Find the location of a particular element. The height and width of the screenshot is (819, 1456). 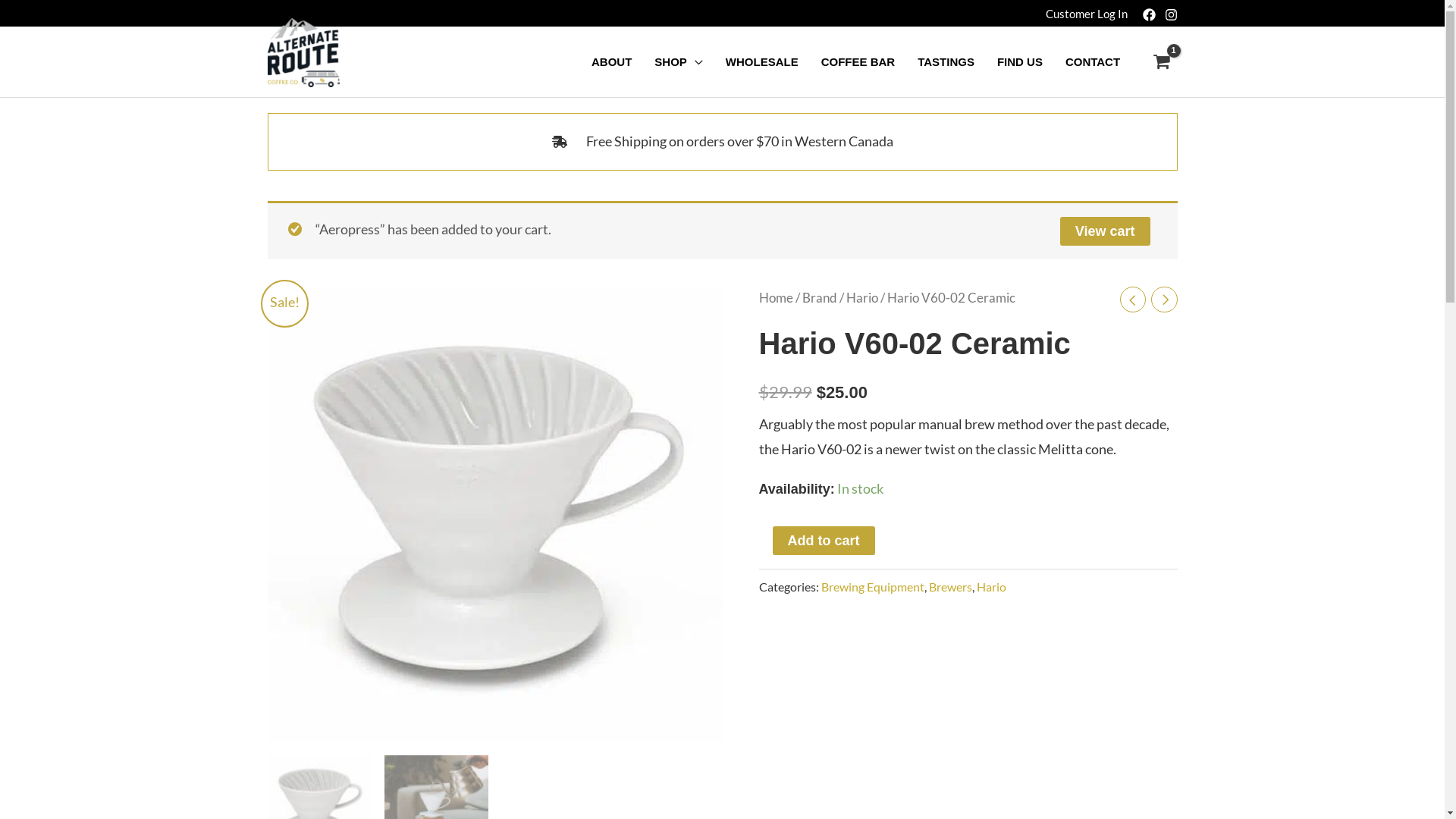

'CONTACT' is located at coordinates (1092, 61).